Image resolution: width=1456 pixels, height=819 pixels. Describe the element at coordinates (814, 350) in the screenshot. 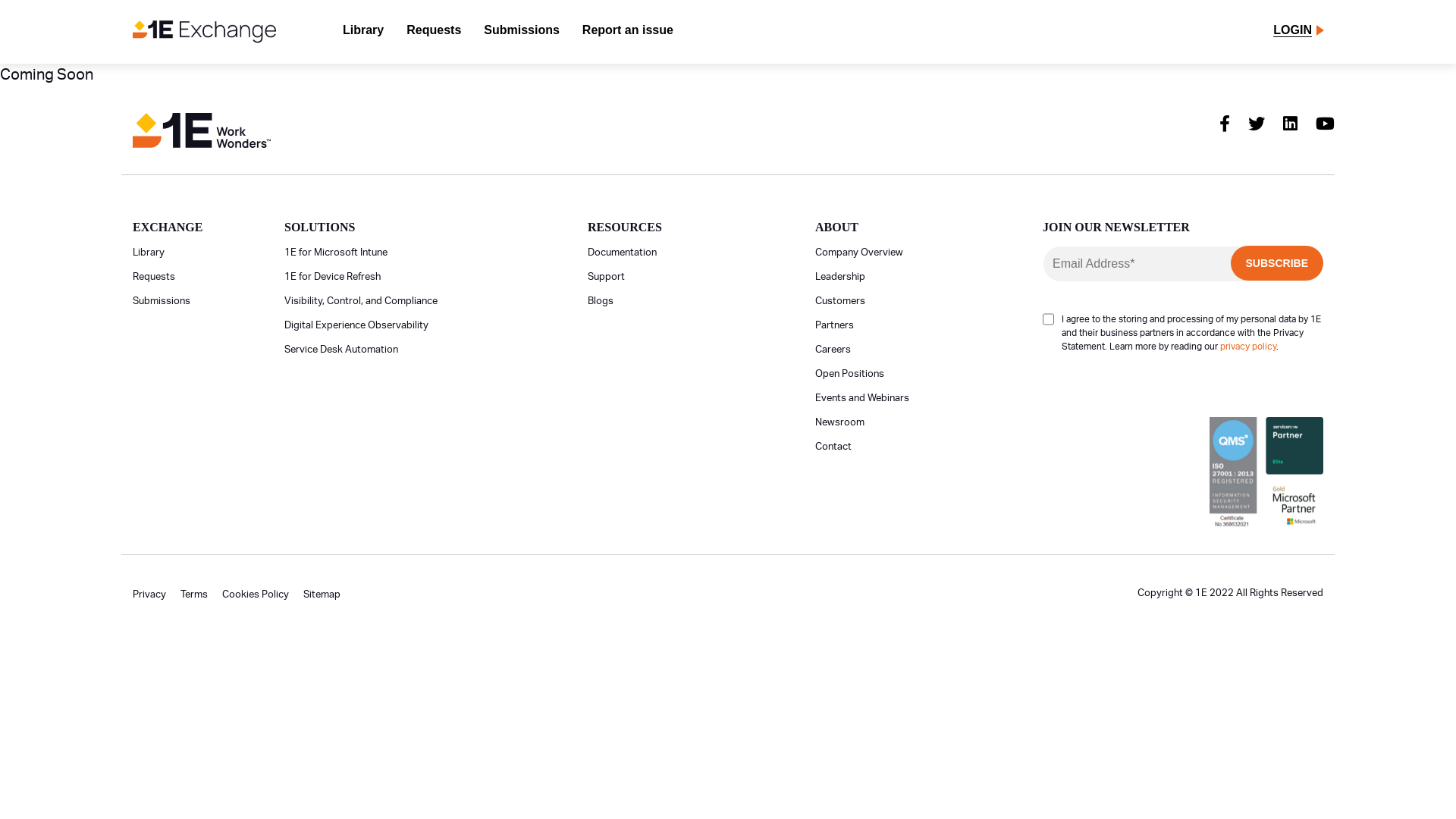

I see `'Careers'` at that location.